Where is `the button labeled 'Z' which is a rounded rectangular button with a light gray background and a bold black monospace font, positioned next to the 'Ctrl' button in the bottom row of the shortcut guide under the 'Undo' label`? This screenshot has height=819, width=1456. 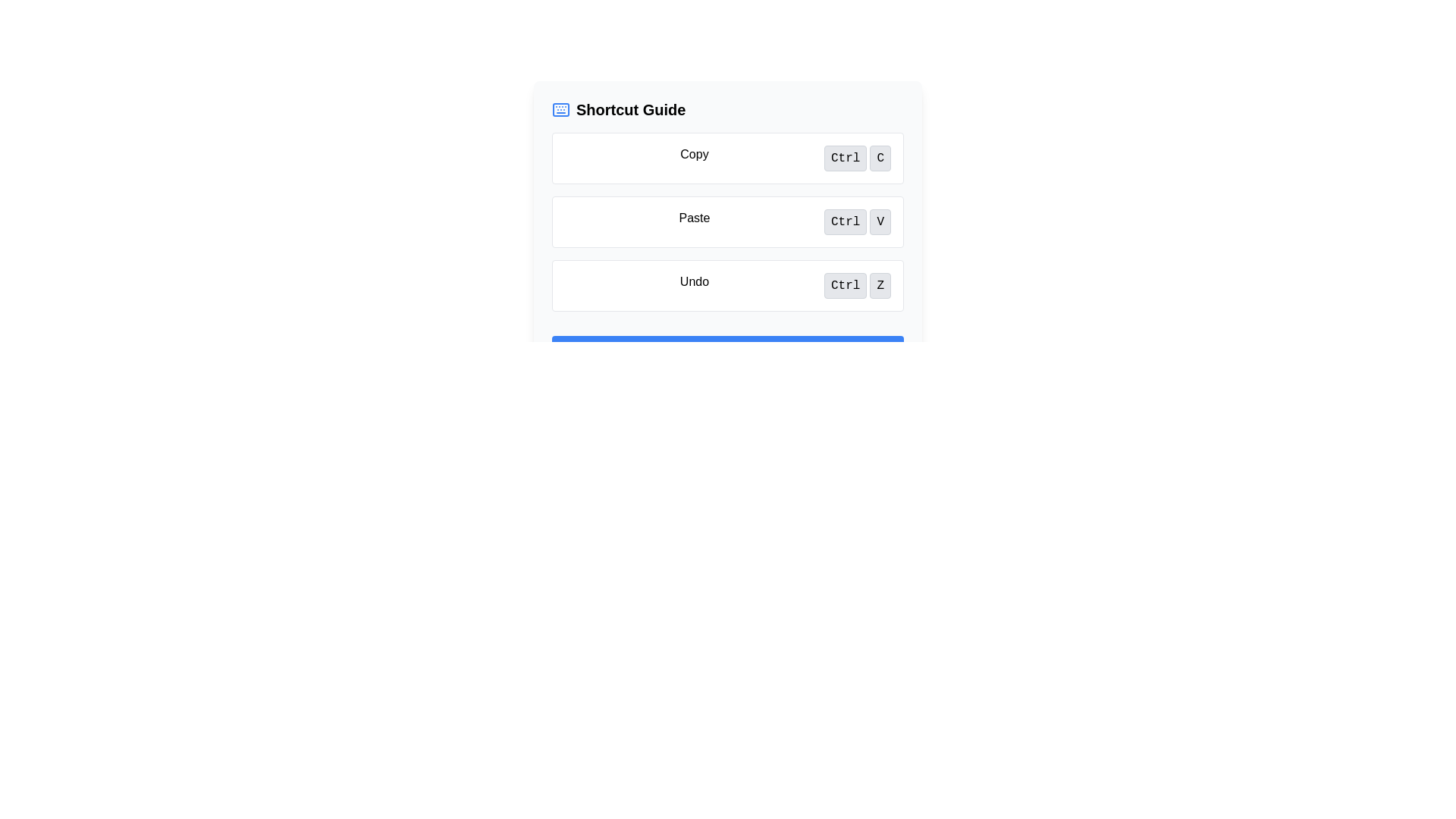
the button labeled 'Z' which is a rounded rectangular button with a light gray background and a bold black monospace font, positioned next to the 'Ctrl' button in the bottom row of the shortcut guide under the 'Undo' label is located at coordinates (880, 286).